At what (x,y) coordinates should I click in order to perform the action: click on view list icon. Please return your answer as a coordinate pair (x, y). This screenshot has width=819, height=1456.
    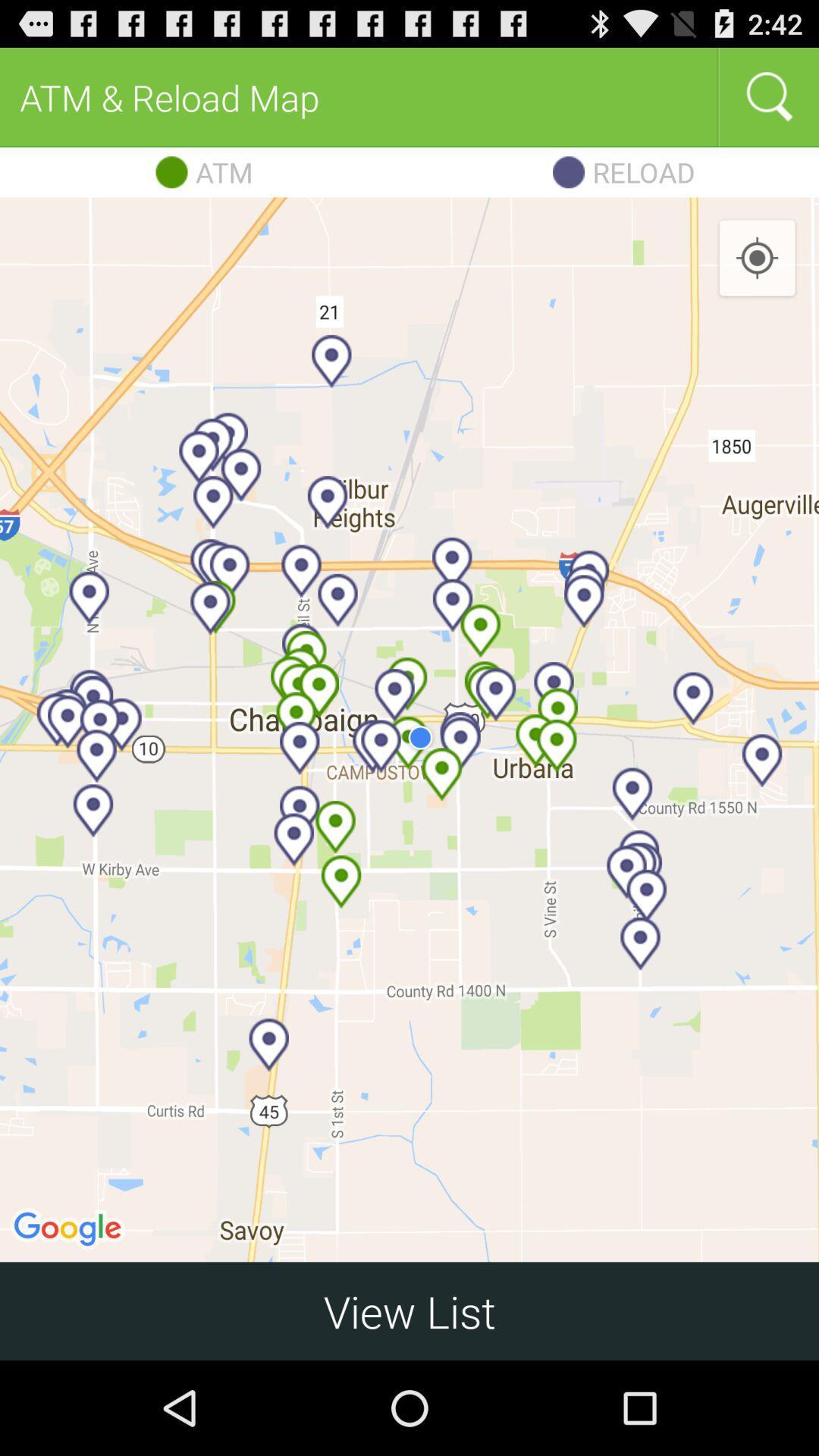
    Looking at the image, I should click on (409, 1310).